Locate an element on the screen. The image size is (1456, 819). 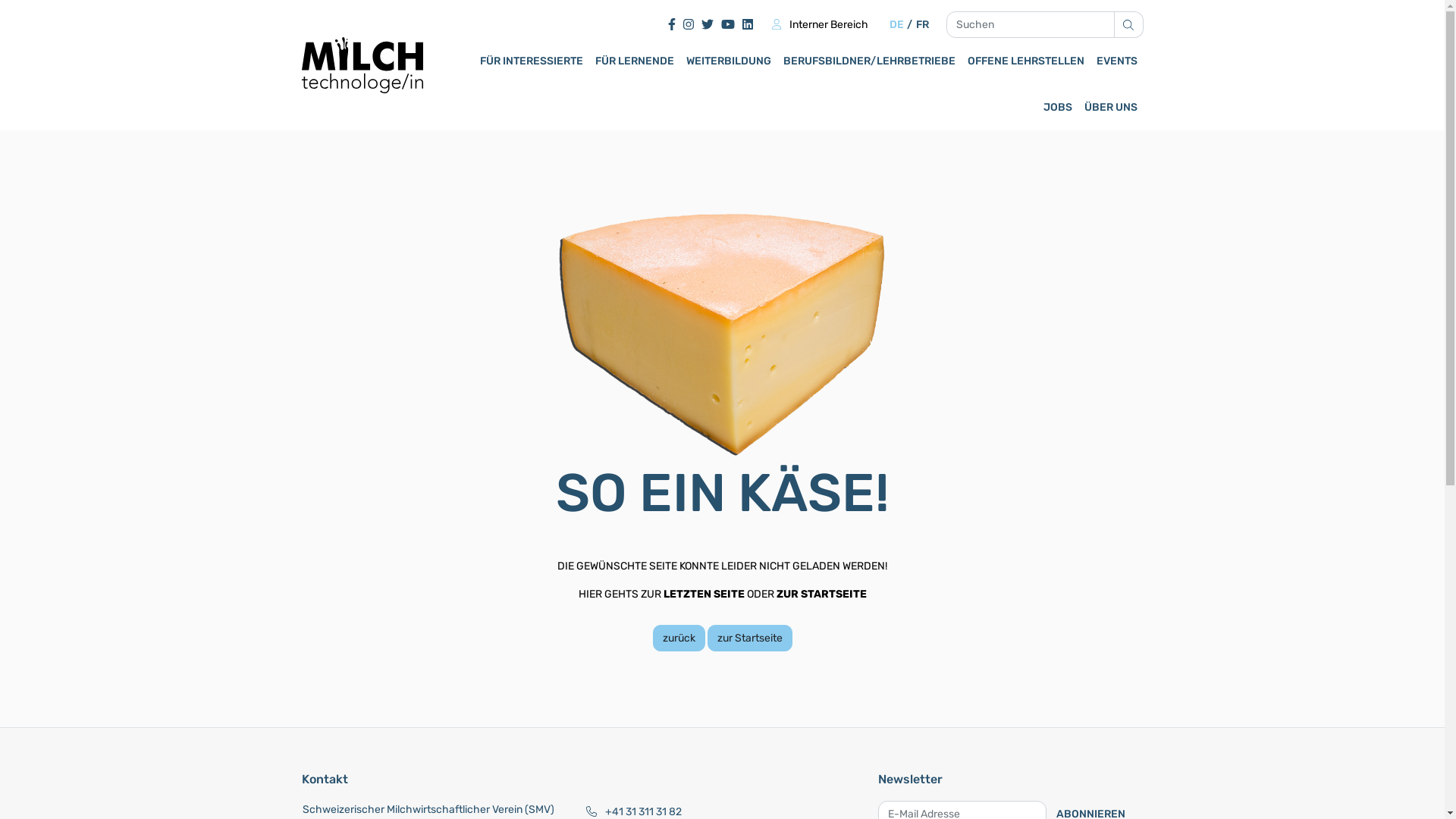
'FR' is located at coordinates (921, 24).